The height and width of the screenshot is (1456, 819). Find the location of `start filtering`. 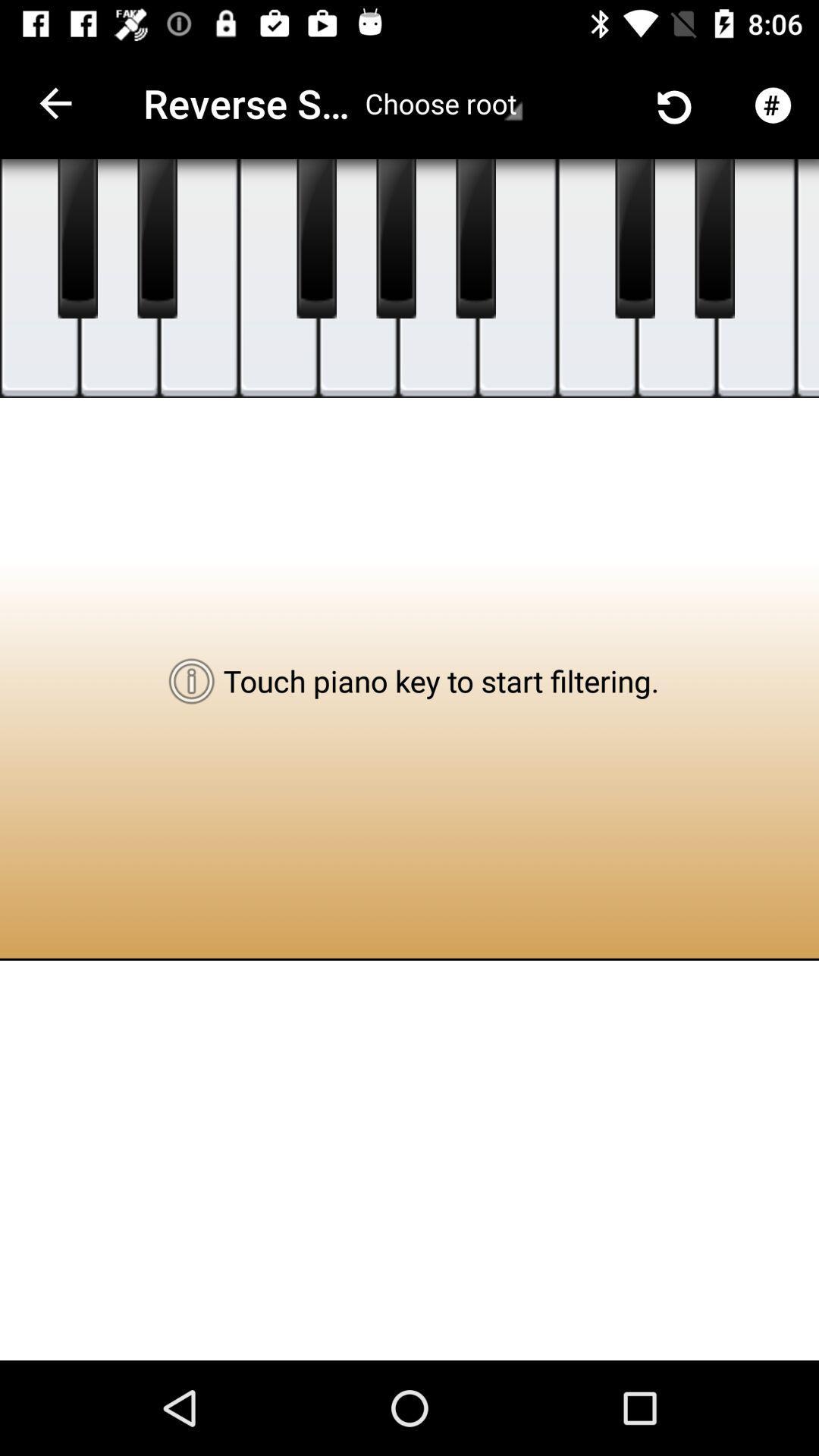

start filtering is located at coordinates (157, 238).